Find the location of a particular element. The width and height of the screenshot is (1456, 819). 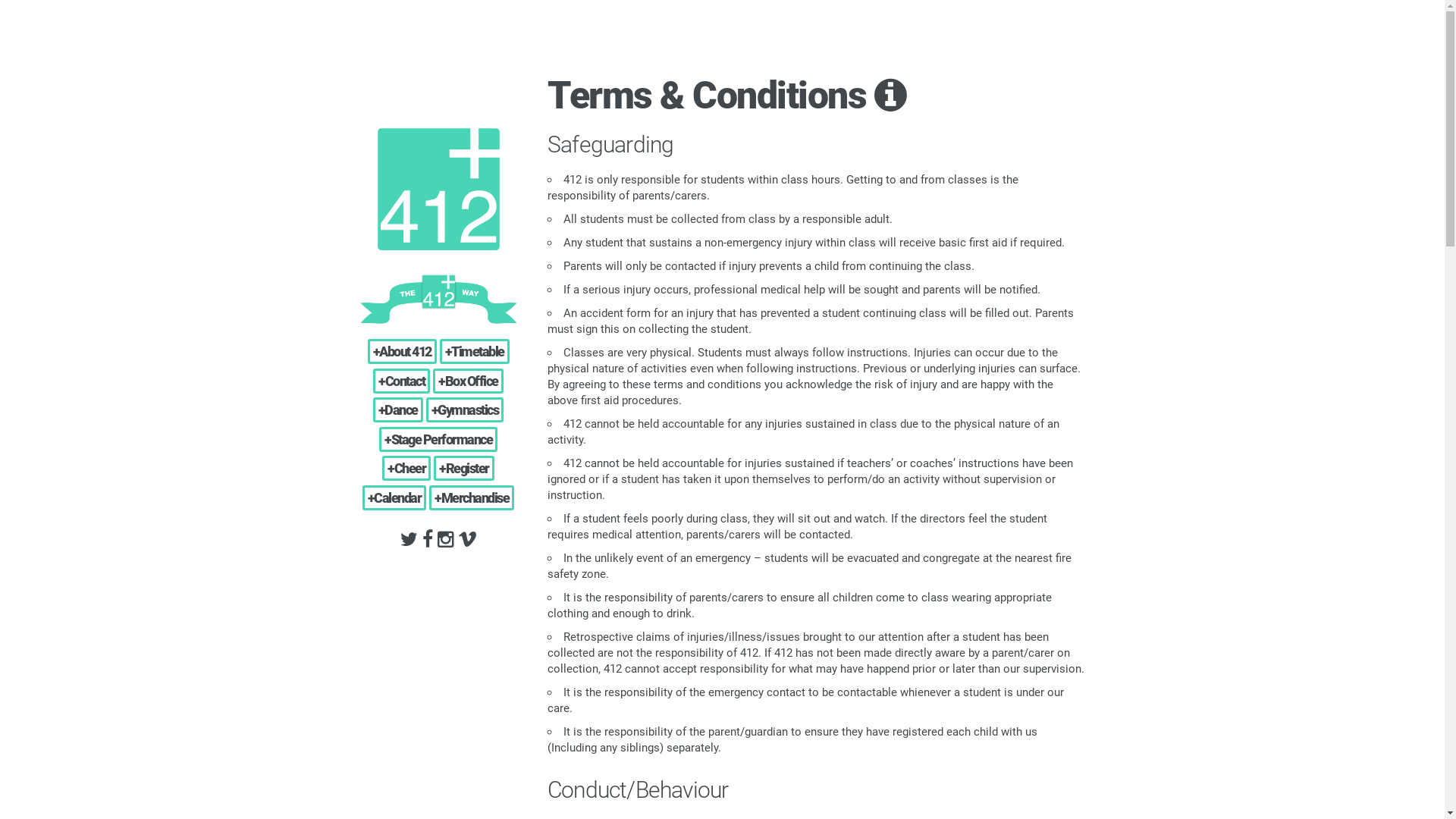

'+Register' is located at coordinates (463, 467).